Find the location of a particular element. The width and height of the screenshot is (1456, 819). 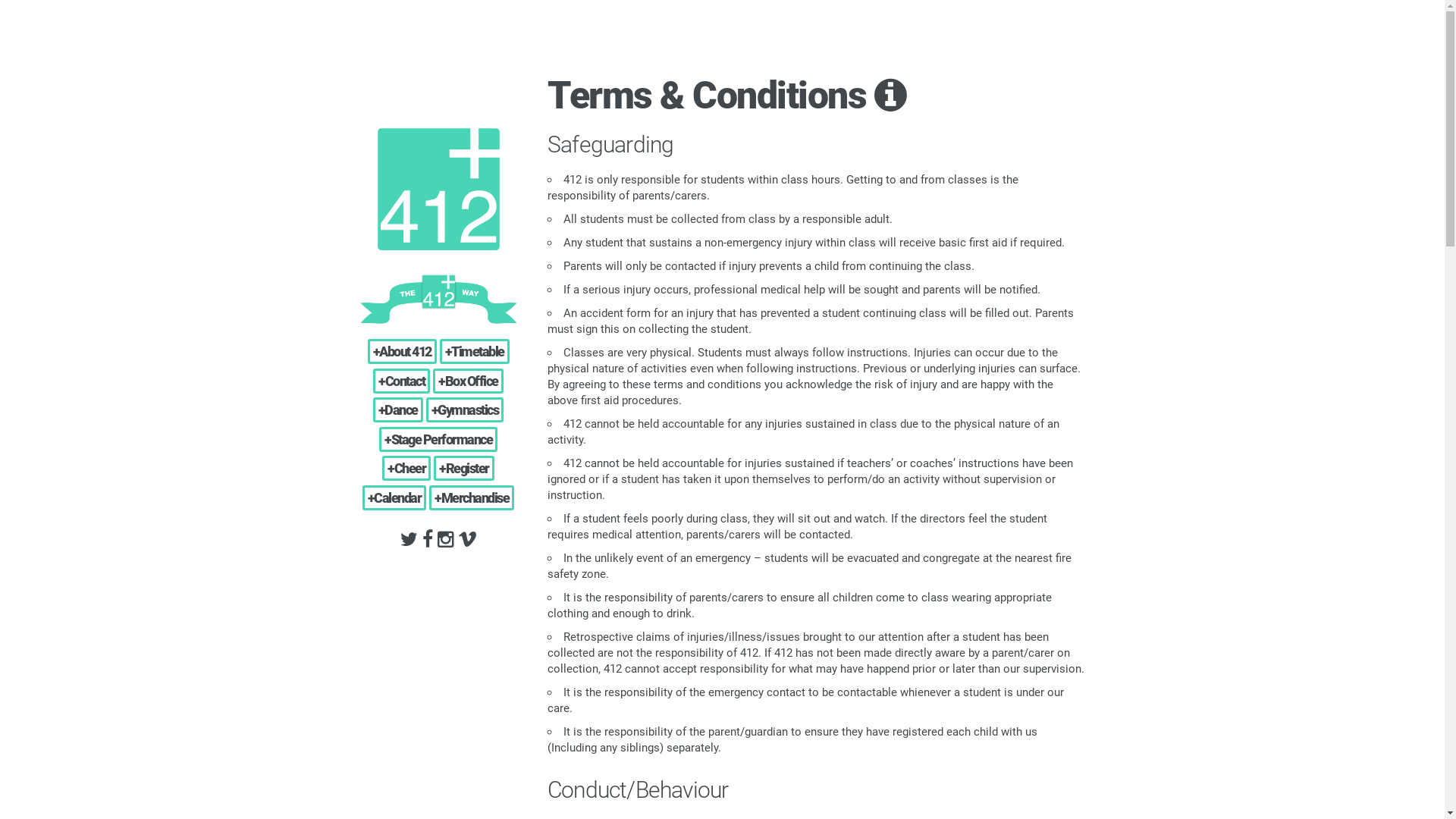

'+Register' is located at coordinates (463, 467).